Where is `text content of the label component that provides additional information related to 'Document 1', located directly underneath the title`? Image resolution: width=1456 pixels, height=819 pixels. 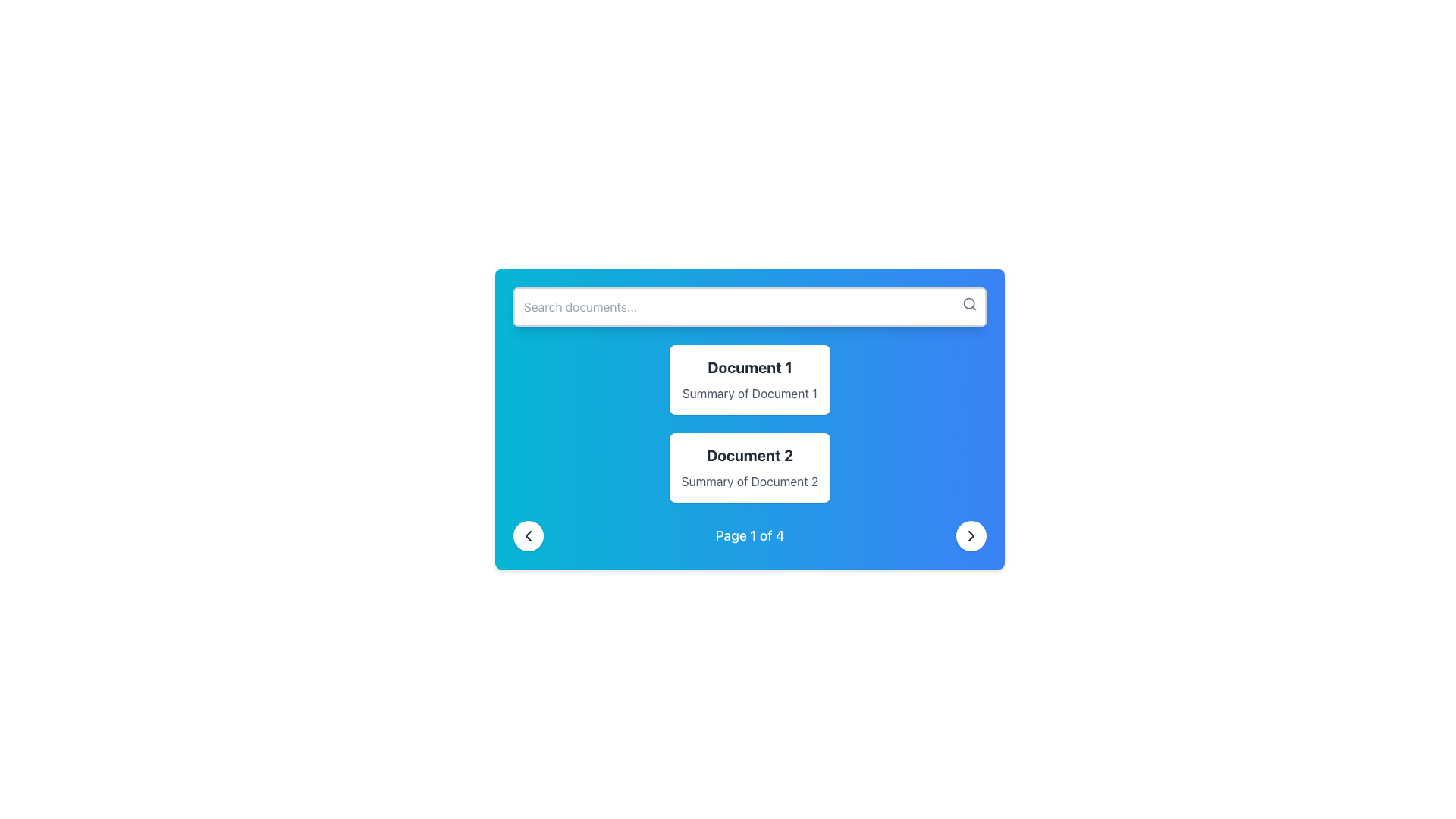 text content of the label component that provides additional information related to 'Document 1', located directly underneath the title is located at coordinates (749, 393).